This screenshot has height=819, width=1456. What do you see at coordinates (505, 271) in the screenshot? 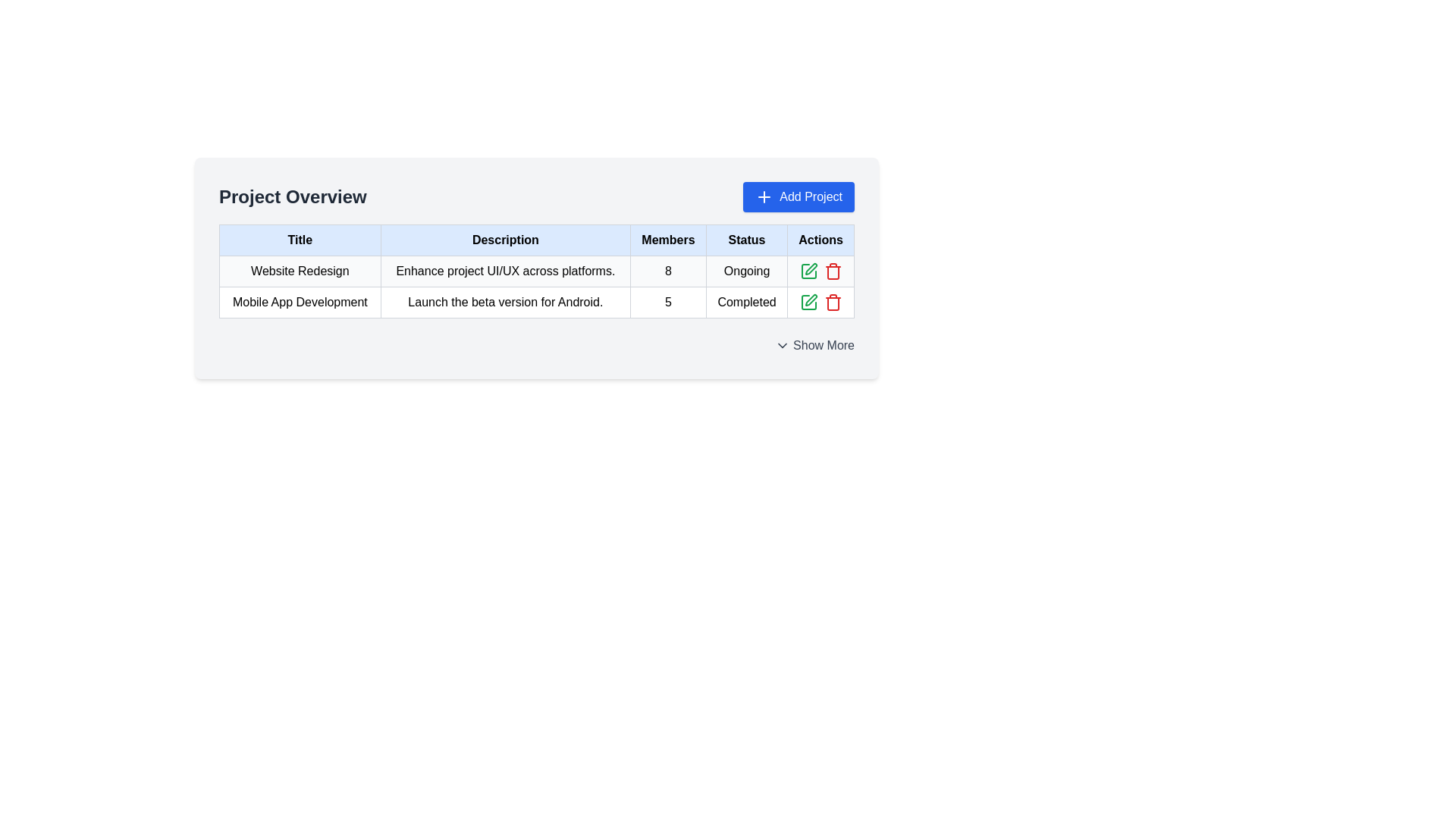
I see `information displayed in the Text cell located in the Description column of the first row, adjacent to the 'Website Redesign' cell` at bounding box center [505, 271].